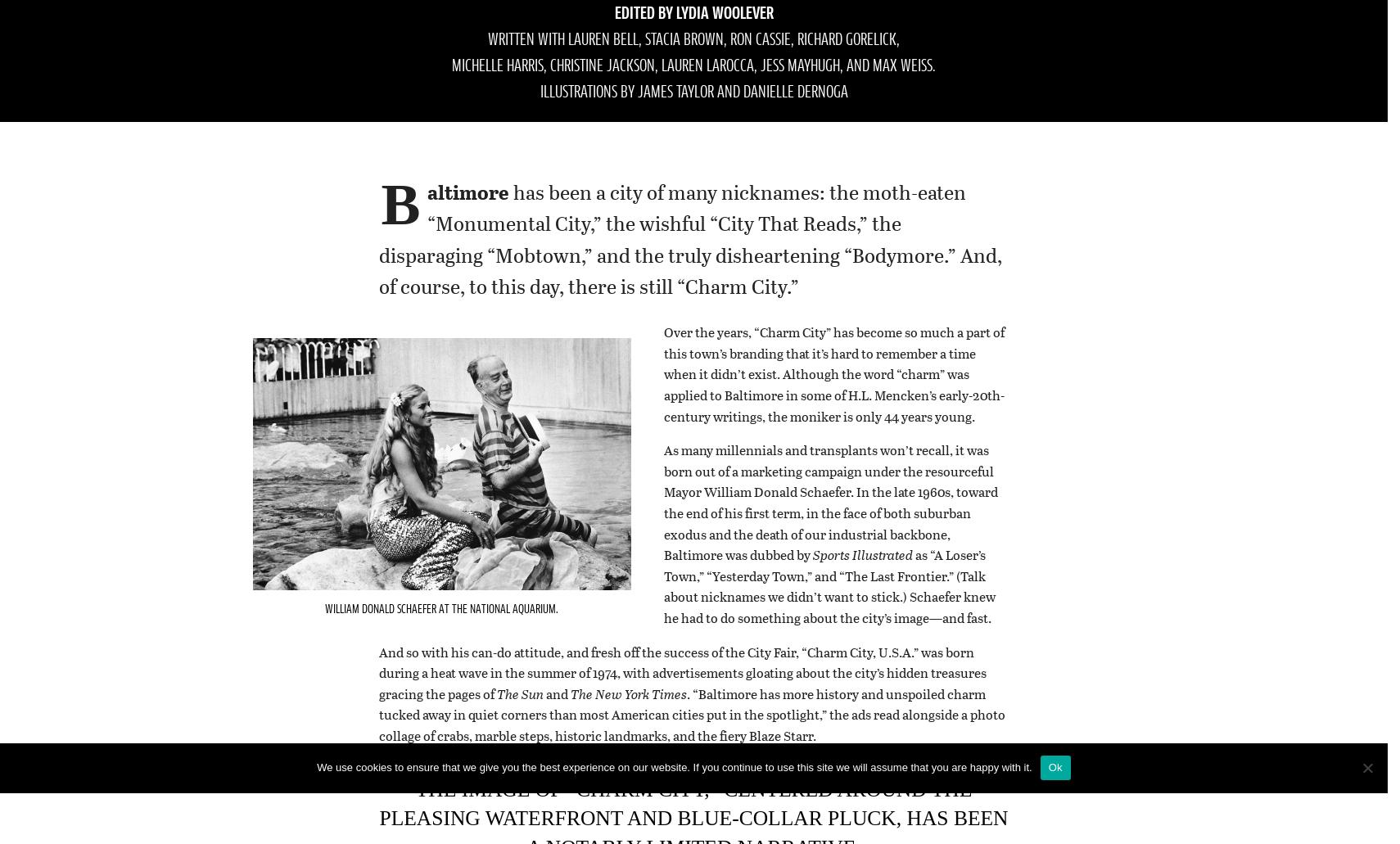  What do you see at coordinates (496, 693) in the screenshot?
I see `'The Sun'` at bounding box center [496, 693].